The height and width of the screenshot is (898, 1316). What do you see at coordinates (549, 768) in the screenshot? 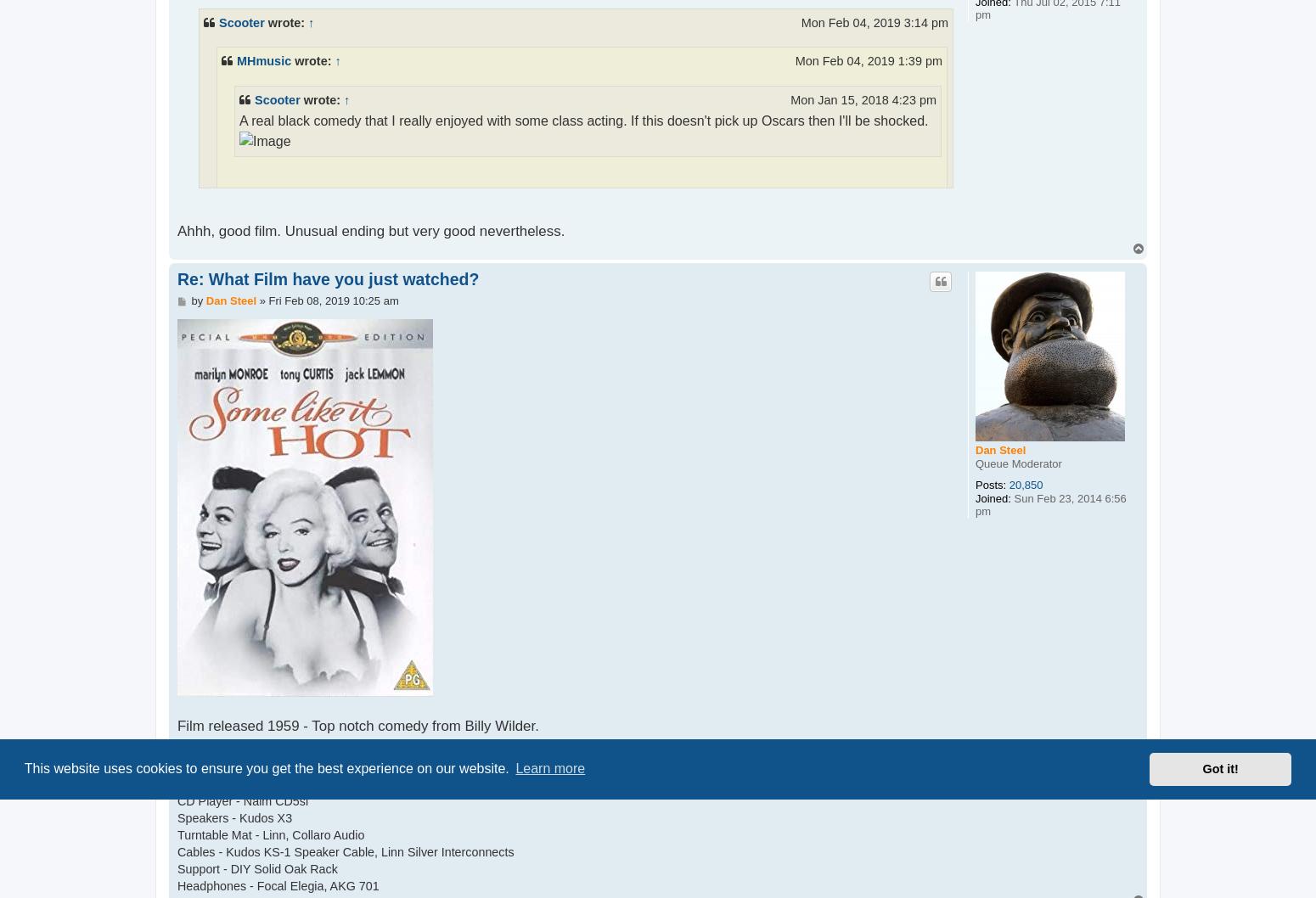
I see `'Learn more'` at bounding box center [549, 768].